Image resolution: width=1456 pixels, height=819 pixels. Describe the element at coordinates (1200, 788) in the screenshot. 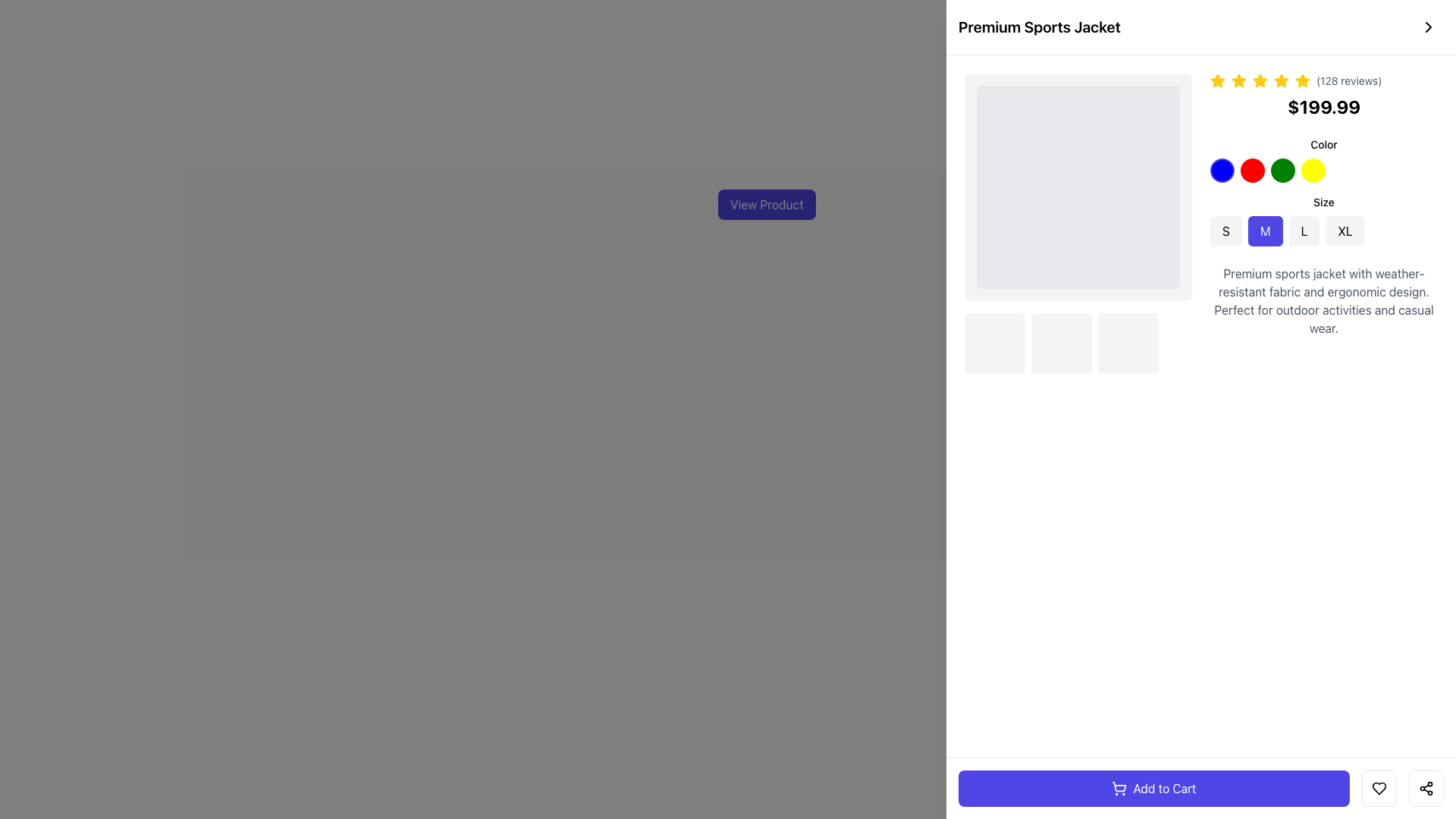

I see `the 'Add to Cart' button located at the bottom section of the interface, centered horizontally` at that location.